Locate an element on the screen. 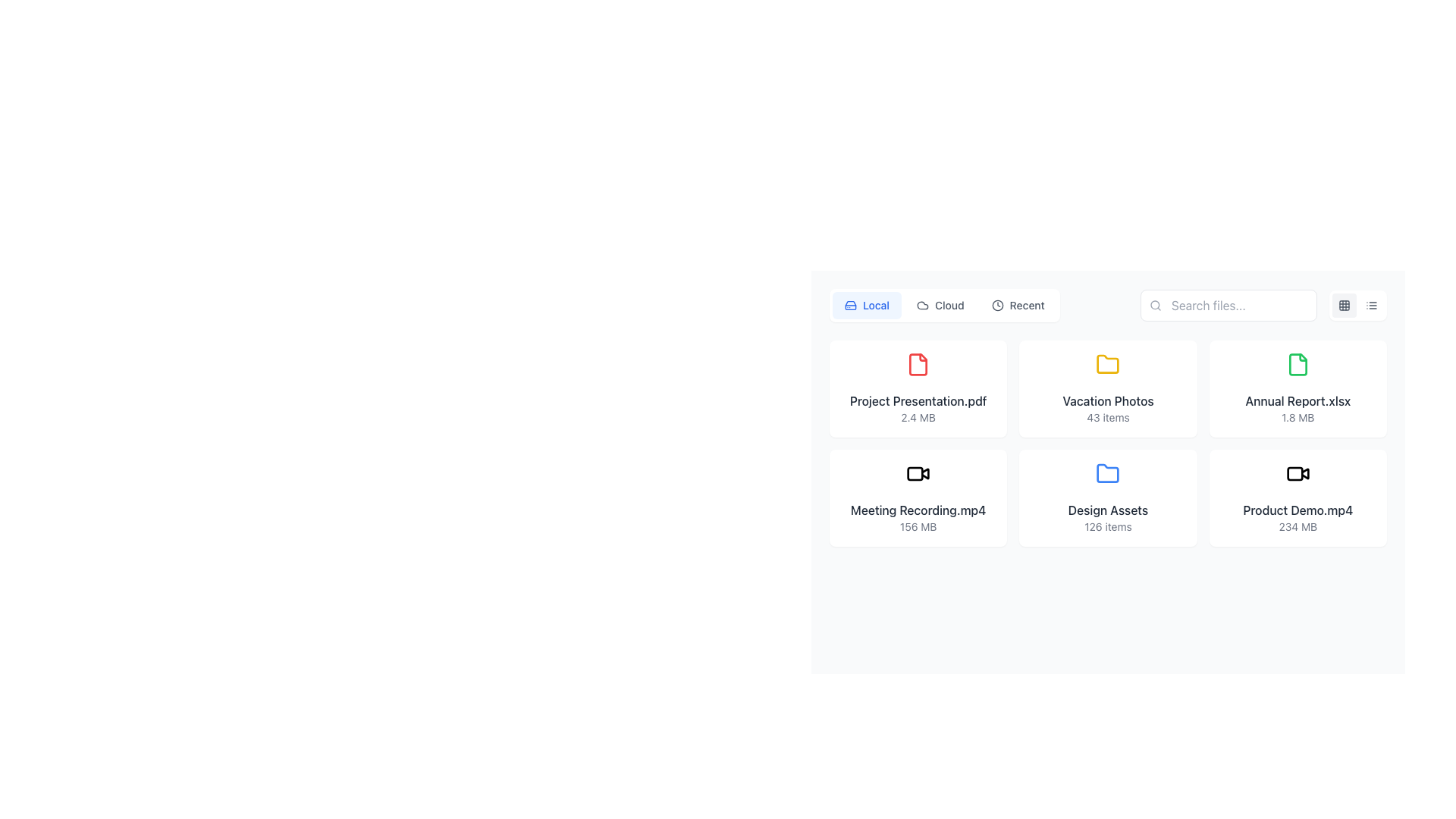  the button in the upper-right area of the interface that switches the display mode to list view is located at coordinates (1357, 305).